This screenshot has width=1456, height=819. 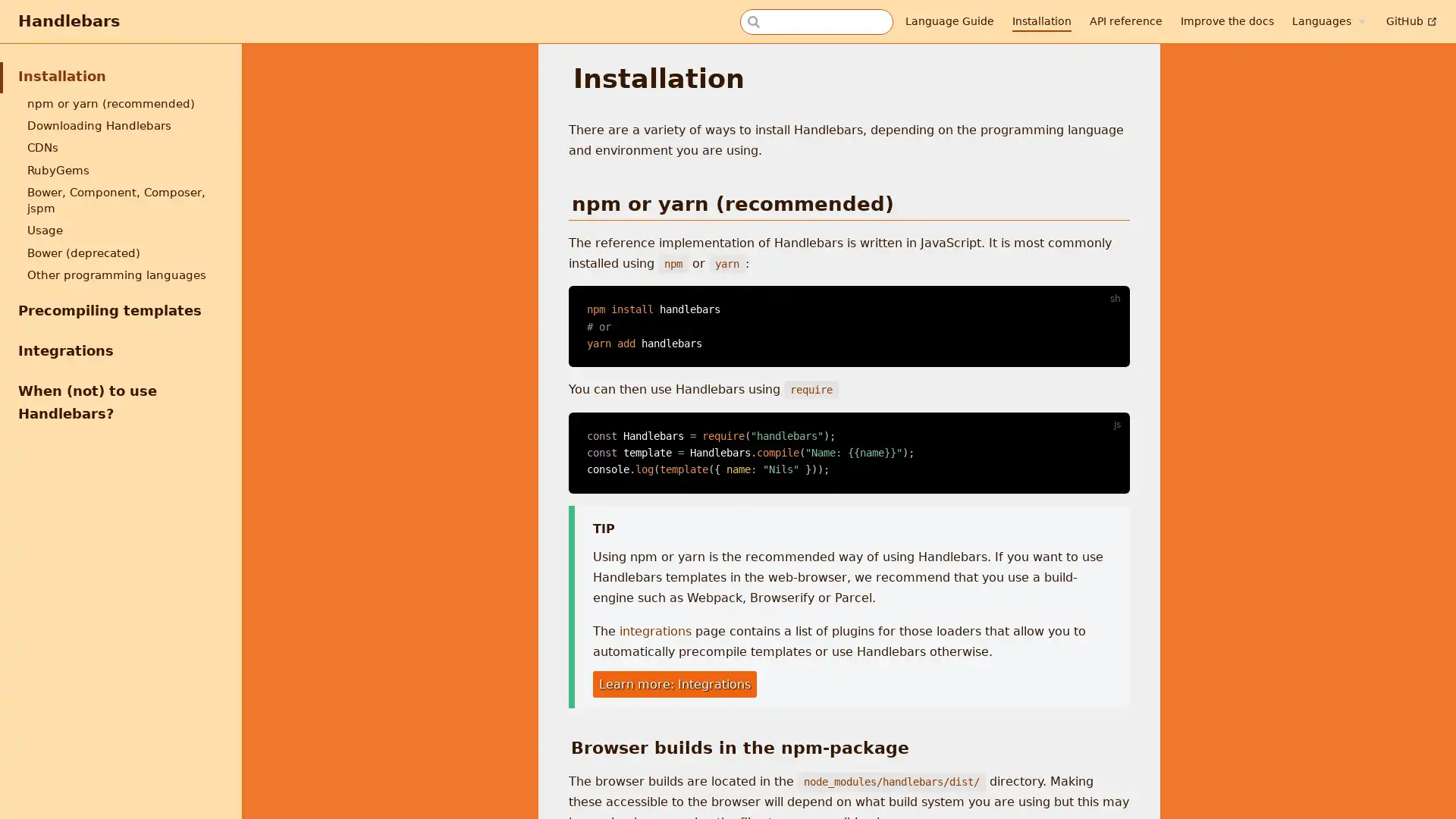 What do you see at coordinates (1327, 20) in the screenshot?
I see `Languages` at bounding box center [1327, 20].